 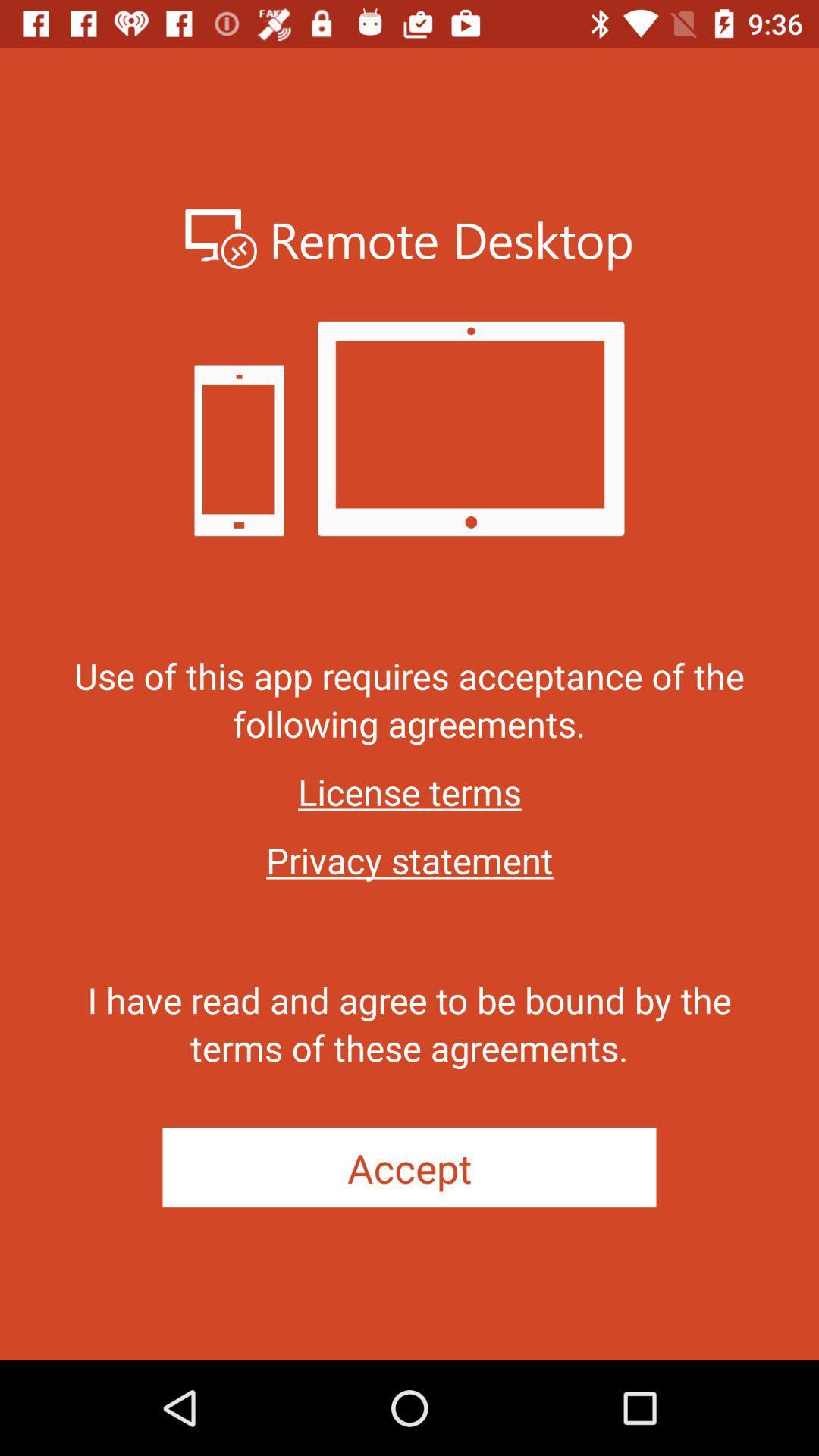 What do you see at coordinates (409, 1166) in the screenshot?
I see `accept item` at bounding box center [409, 1166].